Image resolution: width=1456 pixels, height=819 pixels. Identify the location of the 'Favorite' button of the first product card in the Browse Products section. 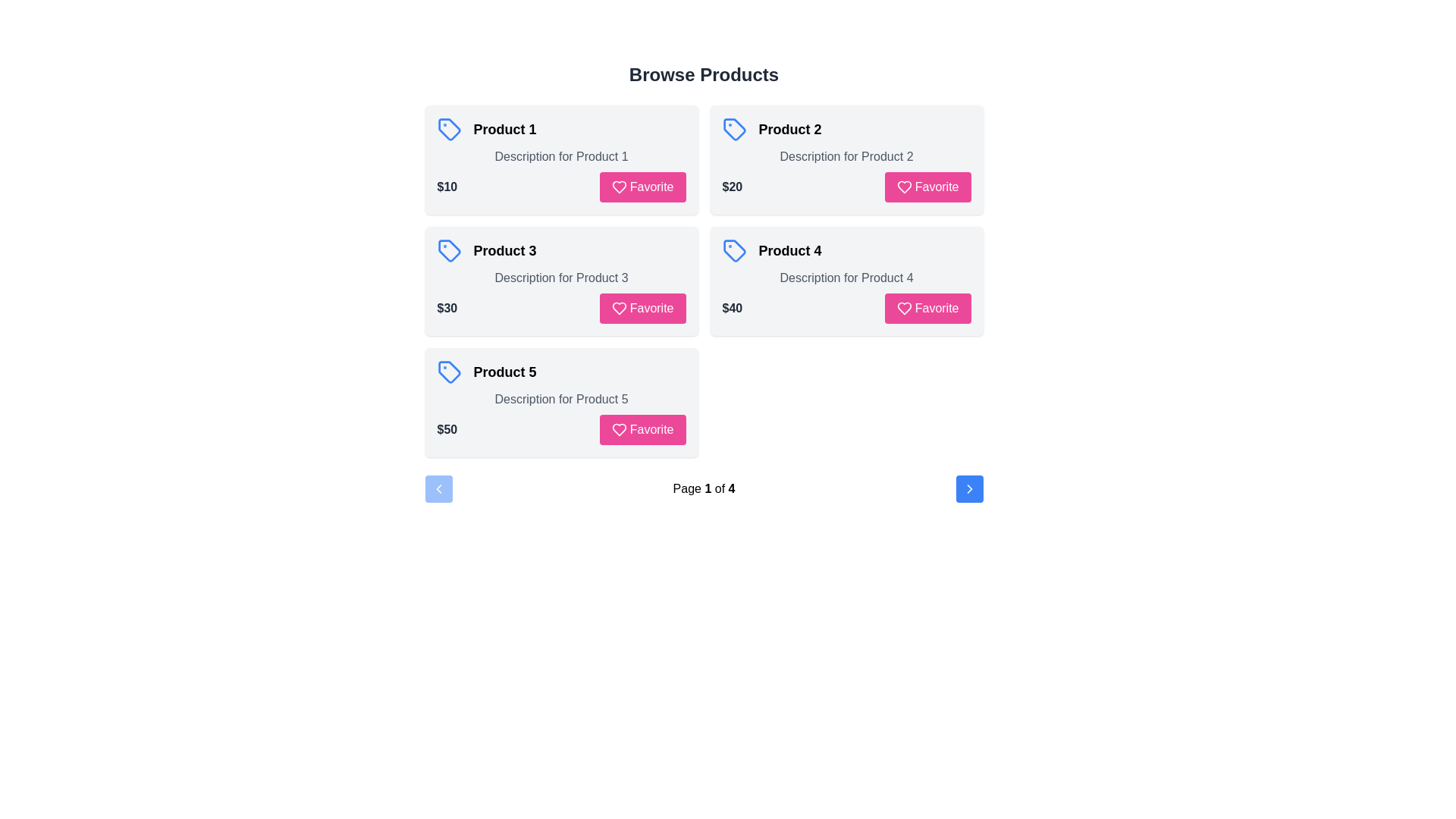
(642, 186).